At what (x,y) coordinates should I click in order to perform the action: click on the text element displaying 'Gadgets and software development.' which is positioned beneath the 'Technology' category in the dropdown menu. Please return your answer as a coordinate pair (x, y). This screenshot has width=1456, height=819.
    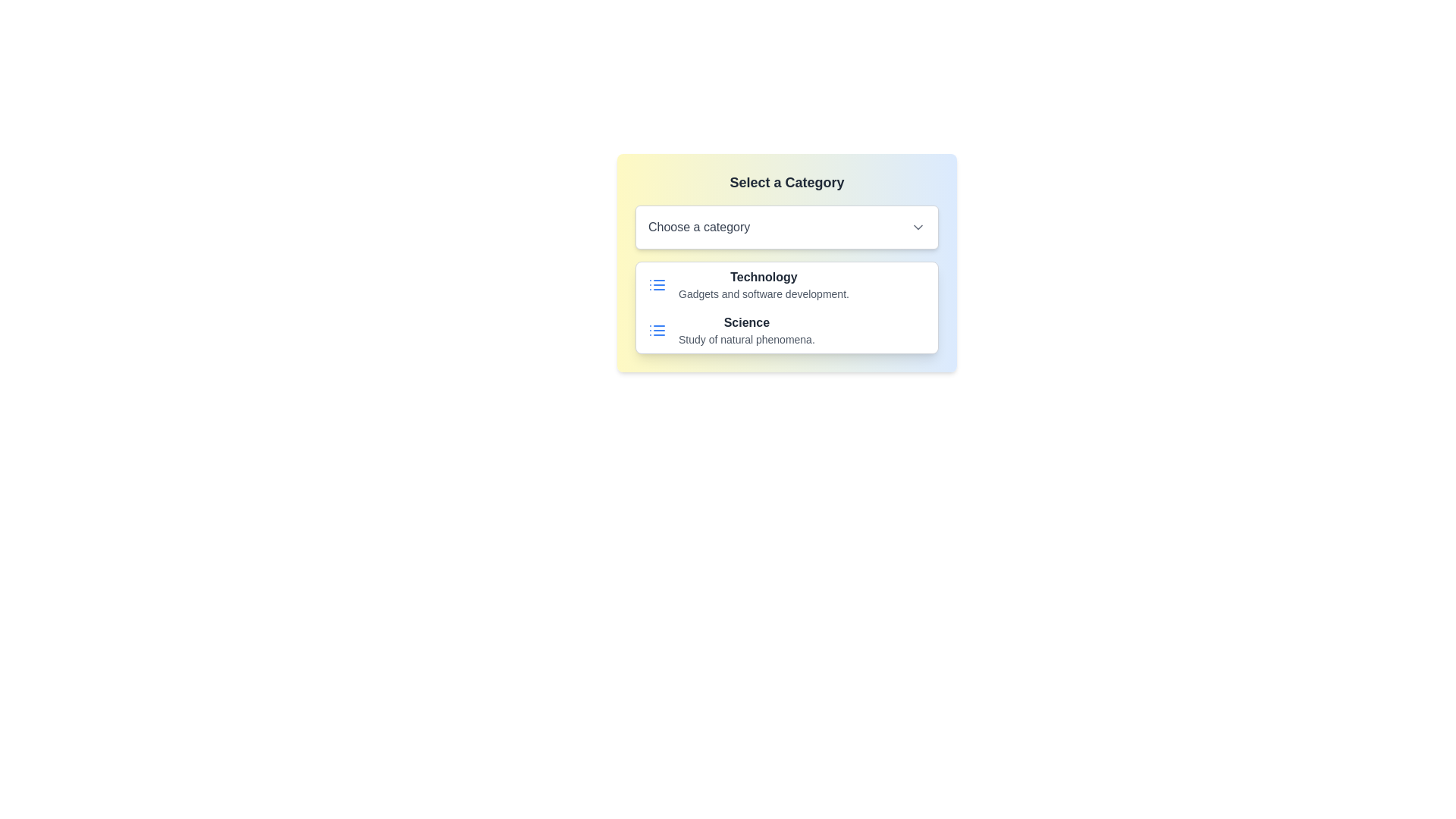
    Looking at the image, I should click on (764, 294).